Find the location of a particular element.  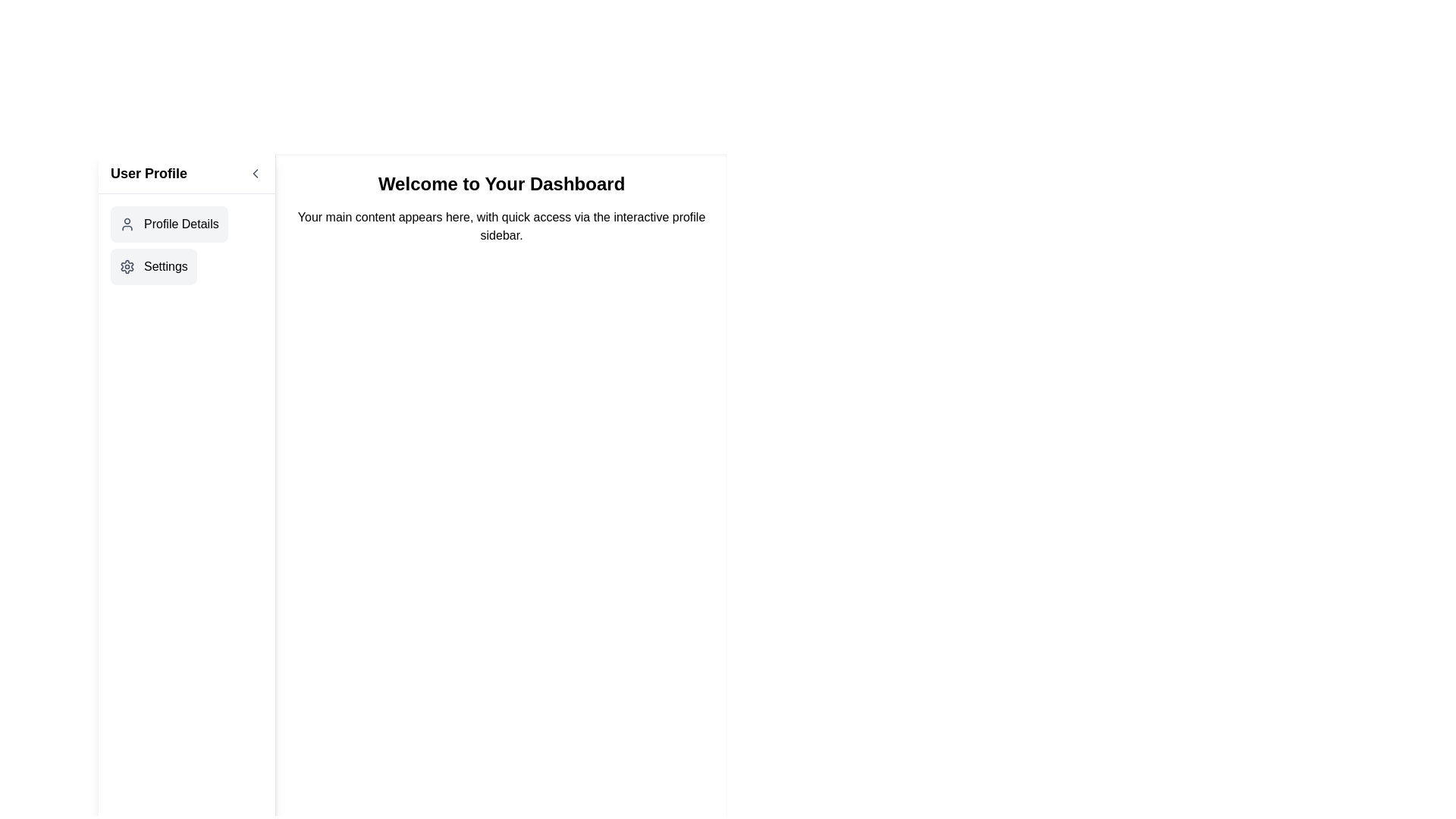

the light gray rectangular 'Settings' button with a gear icon on the left, located below the 'Profile Details' button in the left sidebar is located at coordinates (153, 265).